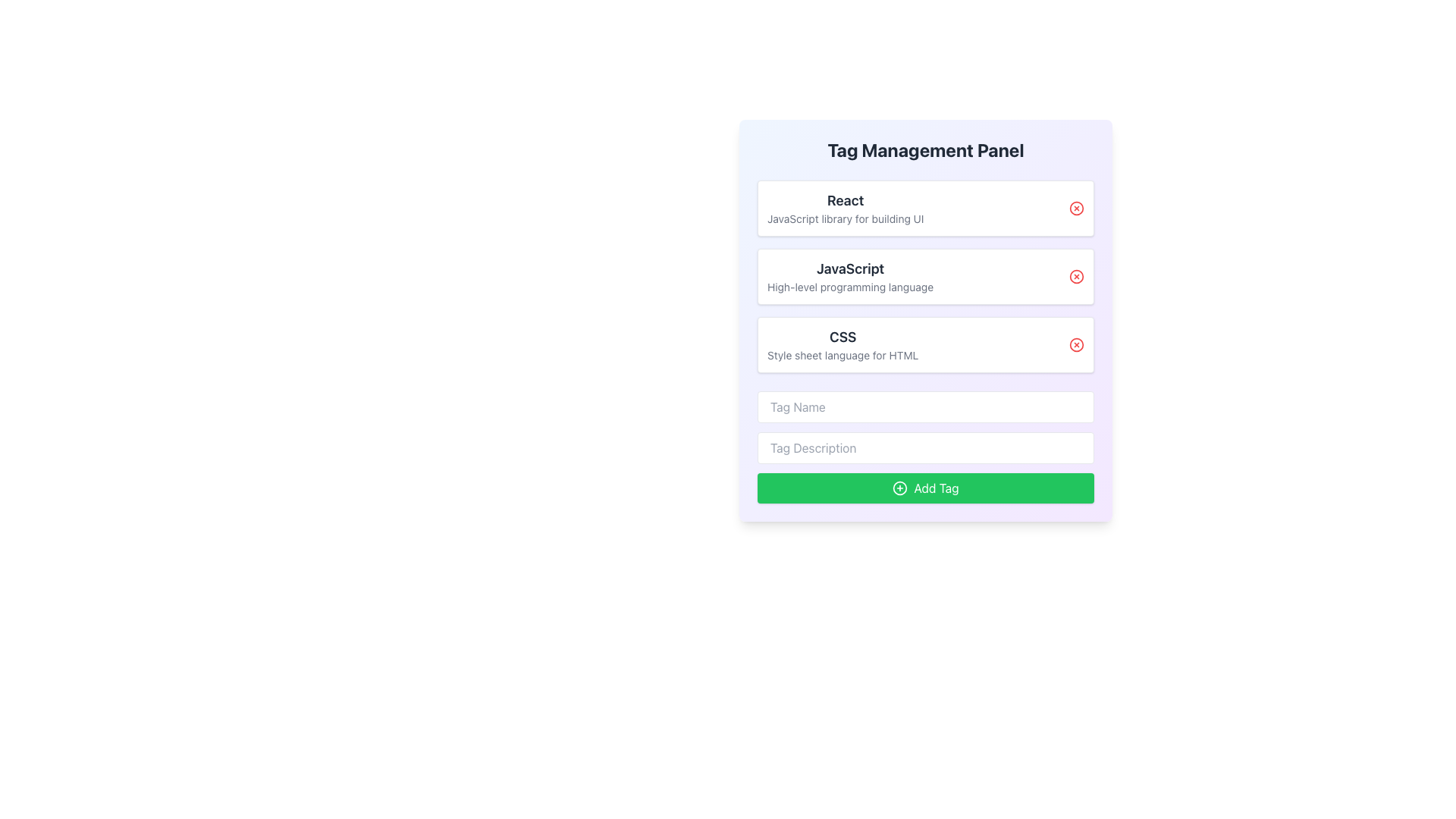 This screenshot has width=1456, height=819. What do you see at coordinates (850, 287) in the screenshot?
I see `the text label that reads 'High-level programming language', which is positioned below the bold text 'JavaScript' in the 'Tag Management Panel'` at bounding box center [850, 287].